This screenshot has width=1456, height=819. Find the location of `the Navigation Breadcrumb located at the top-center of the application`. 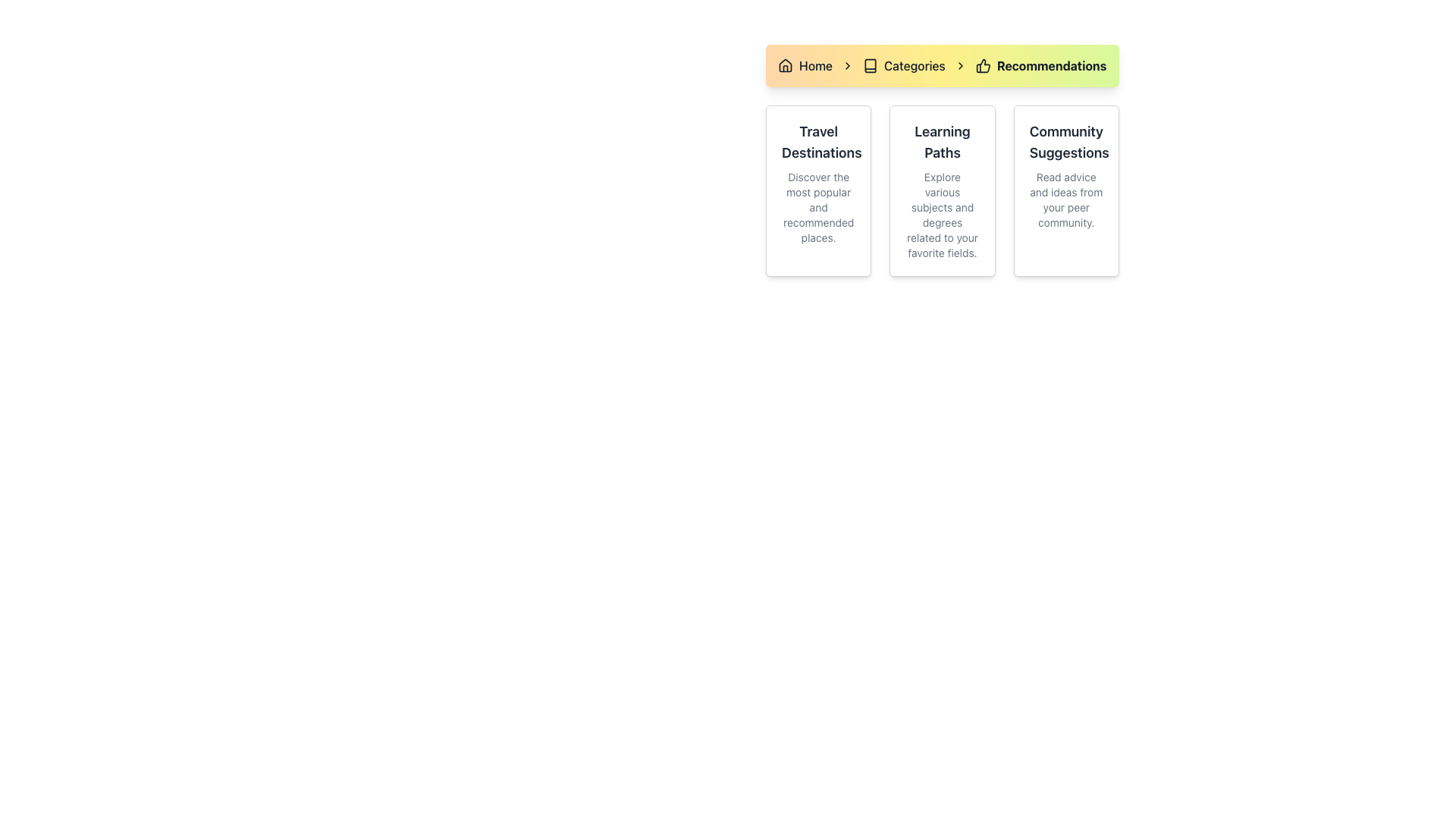

the Navigation Breadcrumb located at the top-center of the application is located at coordinates (942, 65).